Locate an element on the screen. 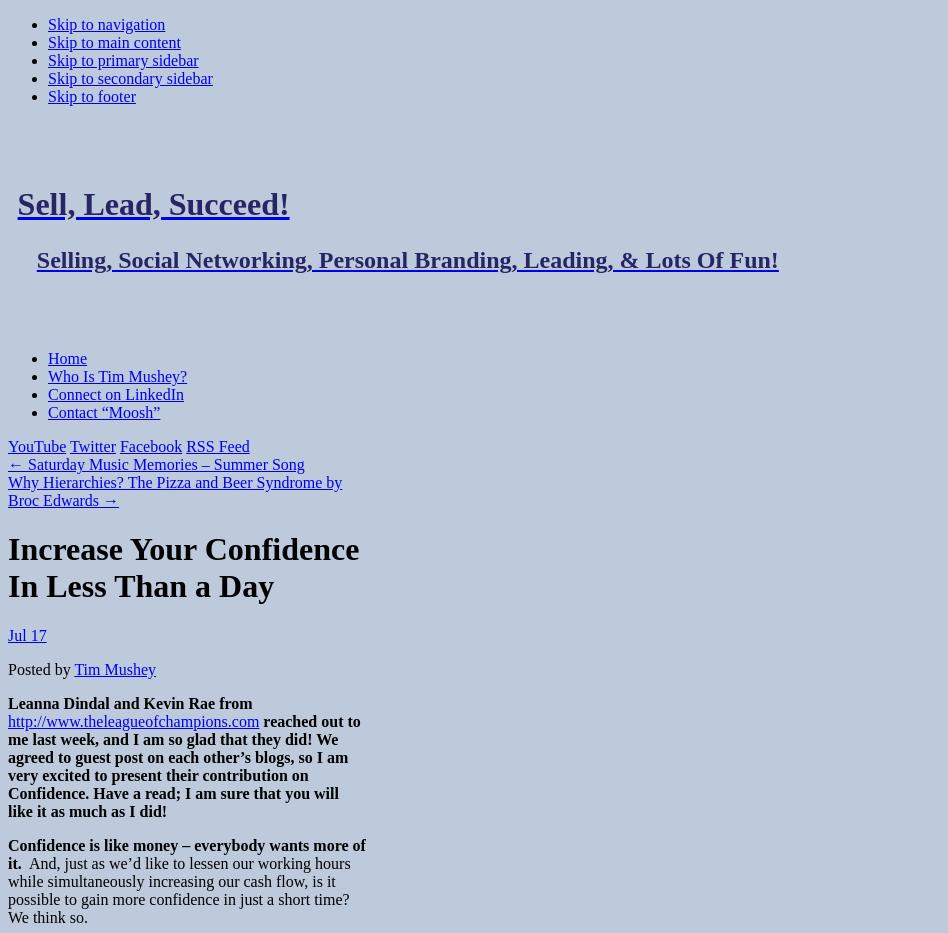 Image resolution: width=948 pixels, height=933 pixels. 'Leanna Dindal and Kevin Rae from' is located at coordinates (7, 702).